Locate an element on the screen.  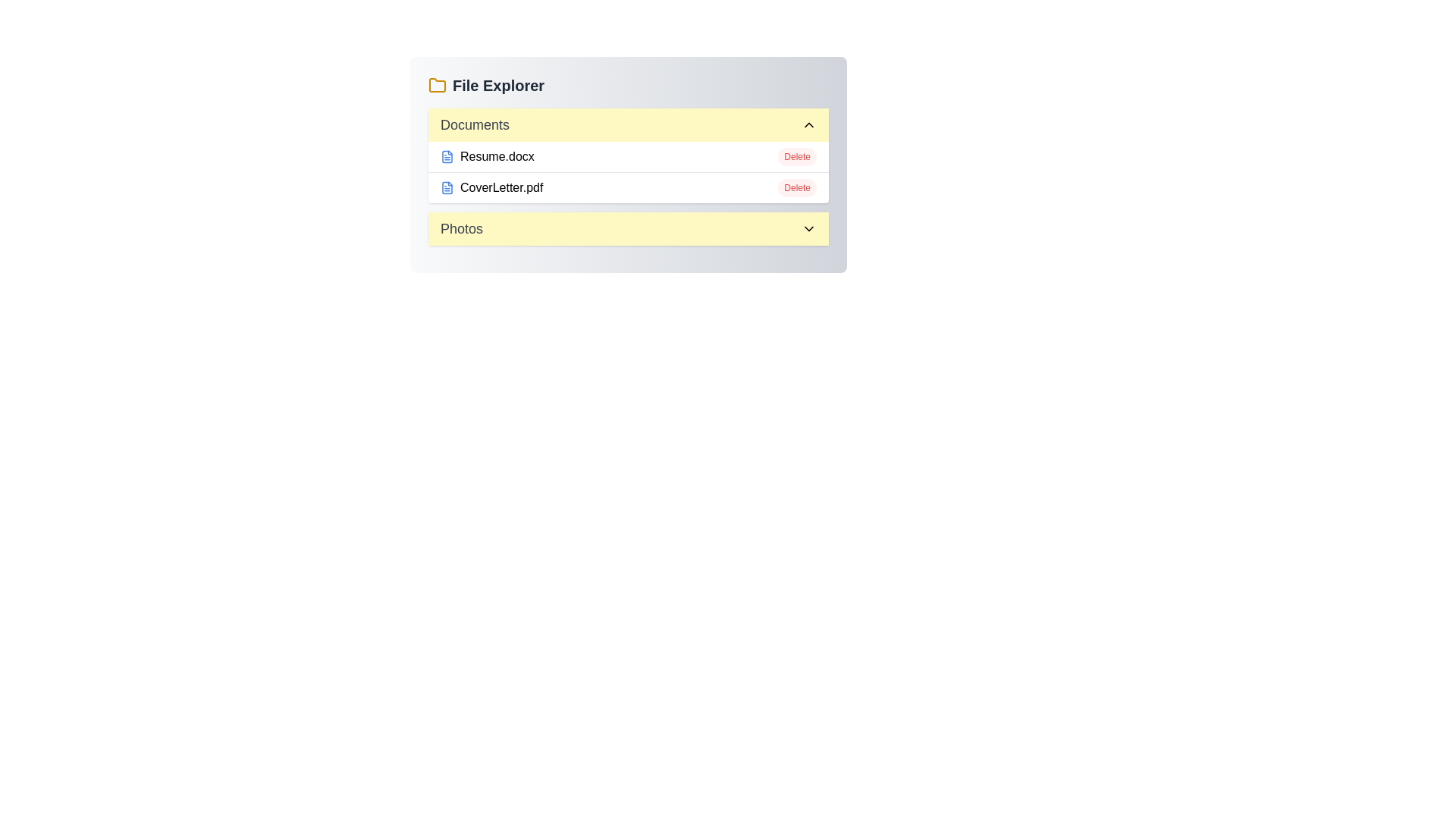
the file Resume.docx to open it is located at coordinates (487, 157).